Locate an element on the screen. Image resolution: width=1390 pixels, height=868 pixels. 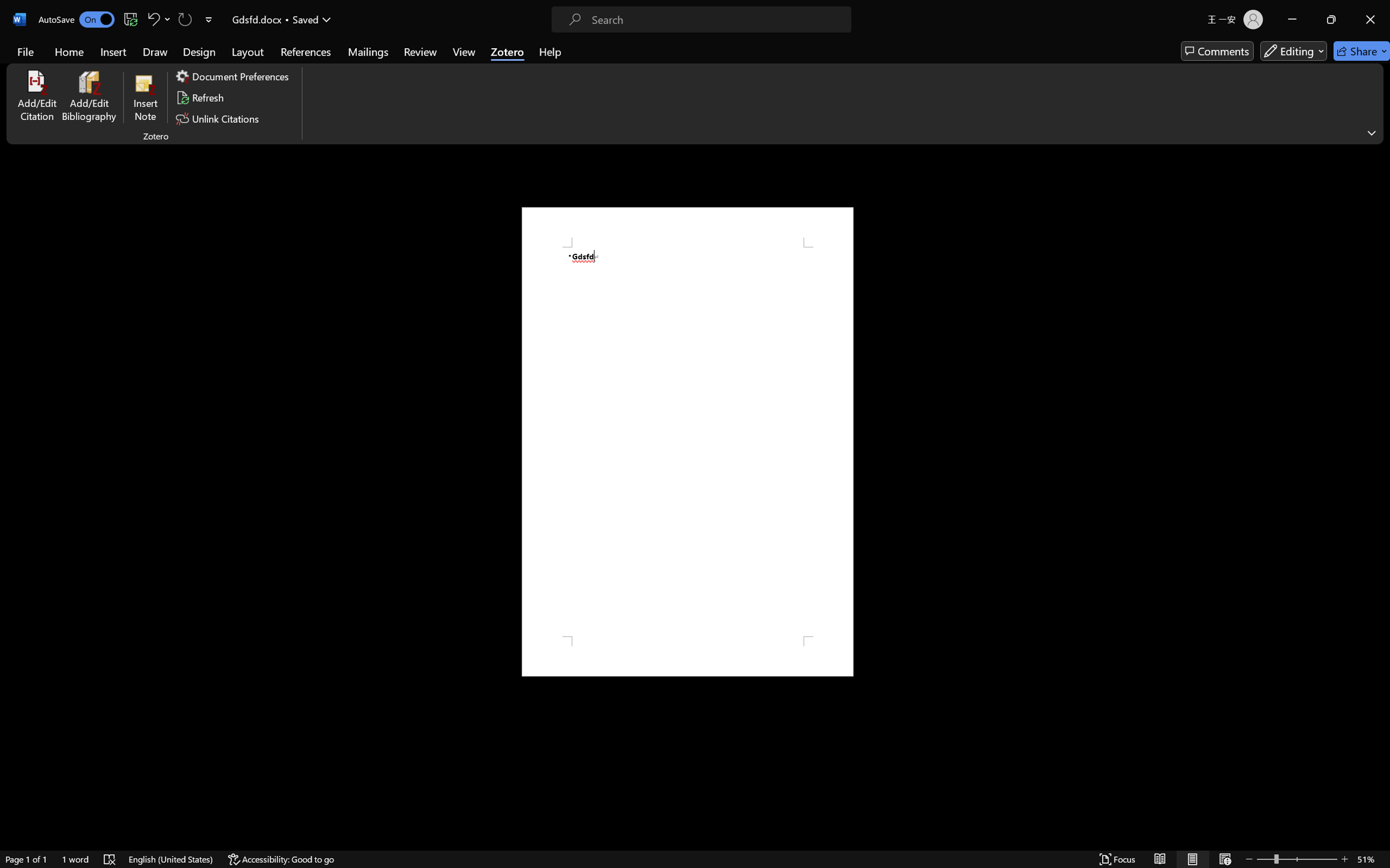
'Restore Down' is located at coordinates (1352, 10).